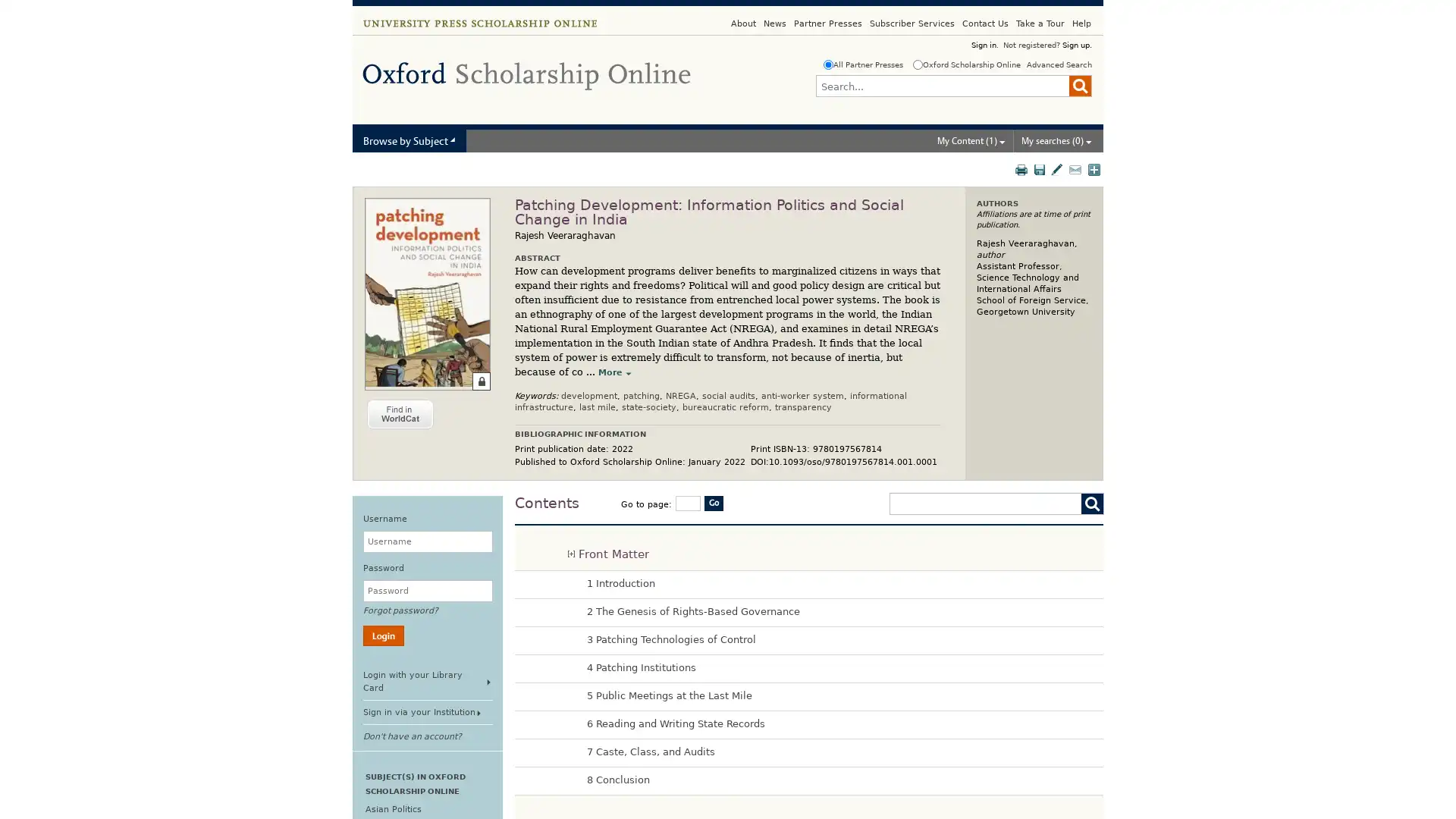 The width and height of the screenshot is (1456, 819). Describe the element at coordinates (409, 140) in the screenshot. I see `Browse by Subject` at that location.